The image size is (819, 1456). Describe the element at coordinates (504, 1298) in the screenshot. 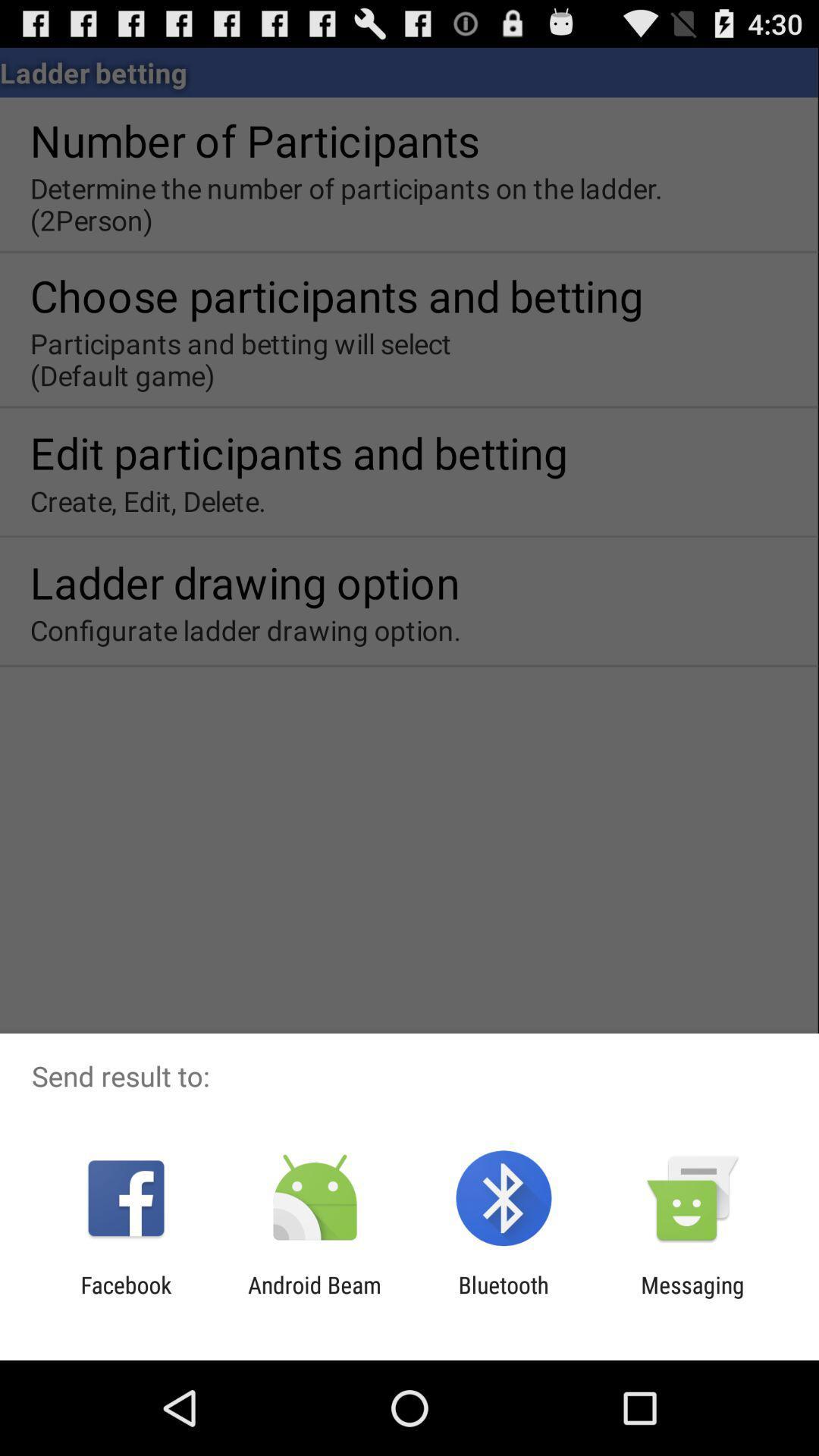

I see `icon to the right of android beam item` at that location.